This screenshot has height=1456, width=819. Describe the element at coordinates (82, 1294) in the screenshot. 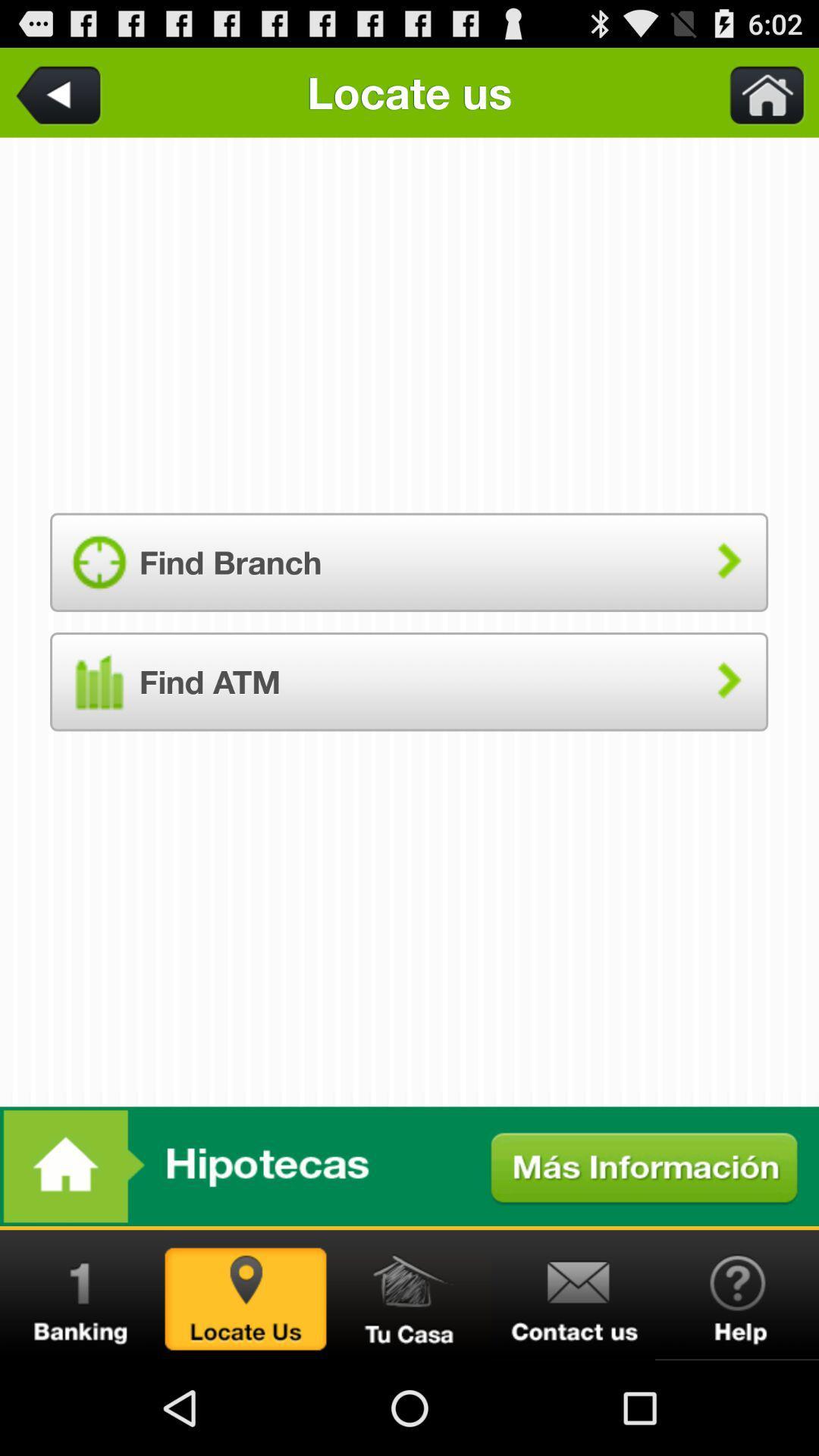

I see `messages from bank` at that location.